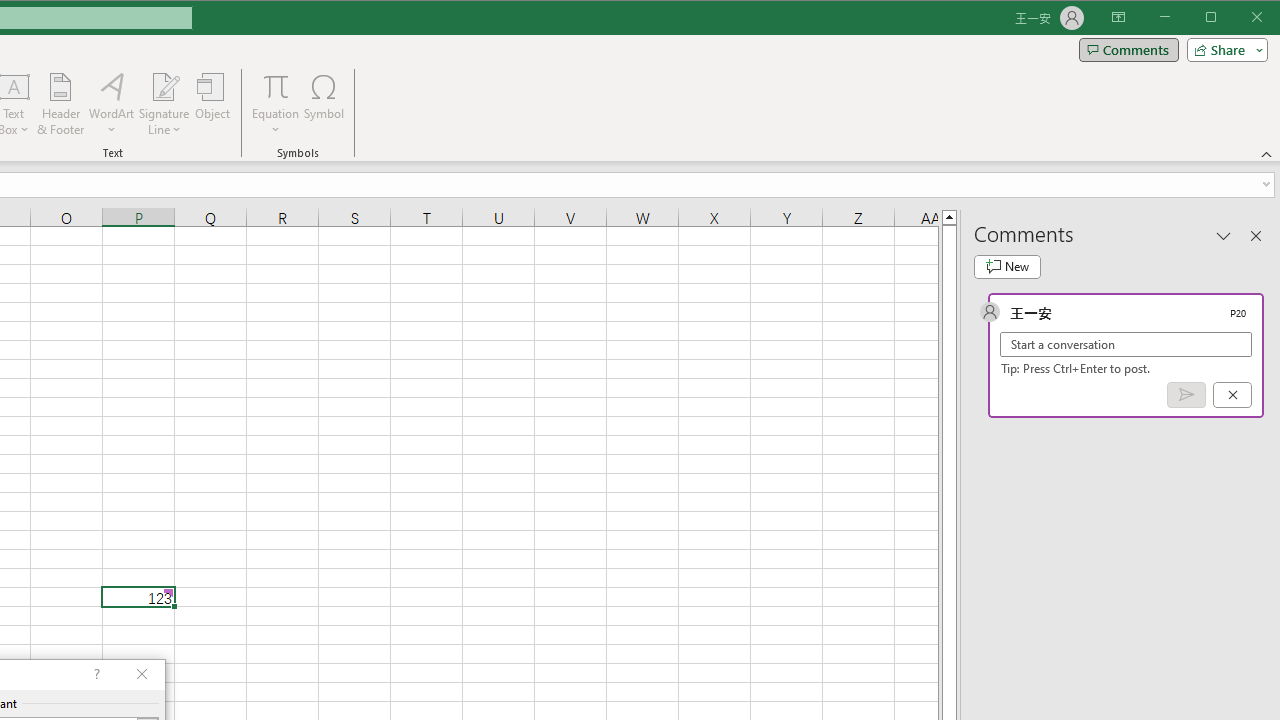 The height and width of the screenshot is (720, 1280). What do you see at coordinates (274, 85) in the screenshot?
I see `'Equation'` at bounding box center [274, 85].